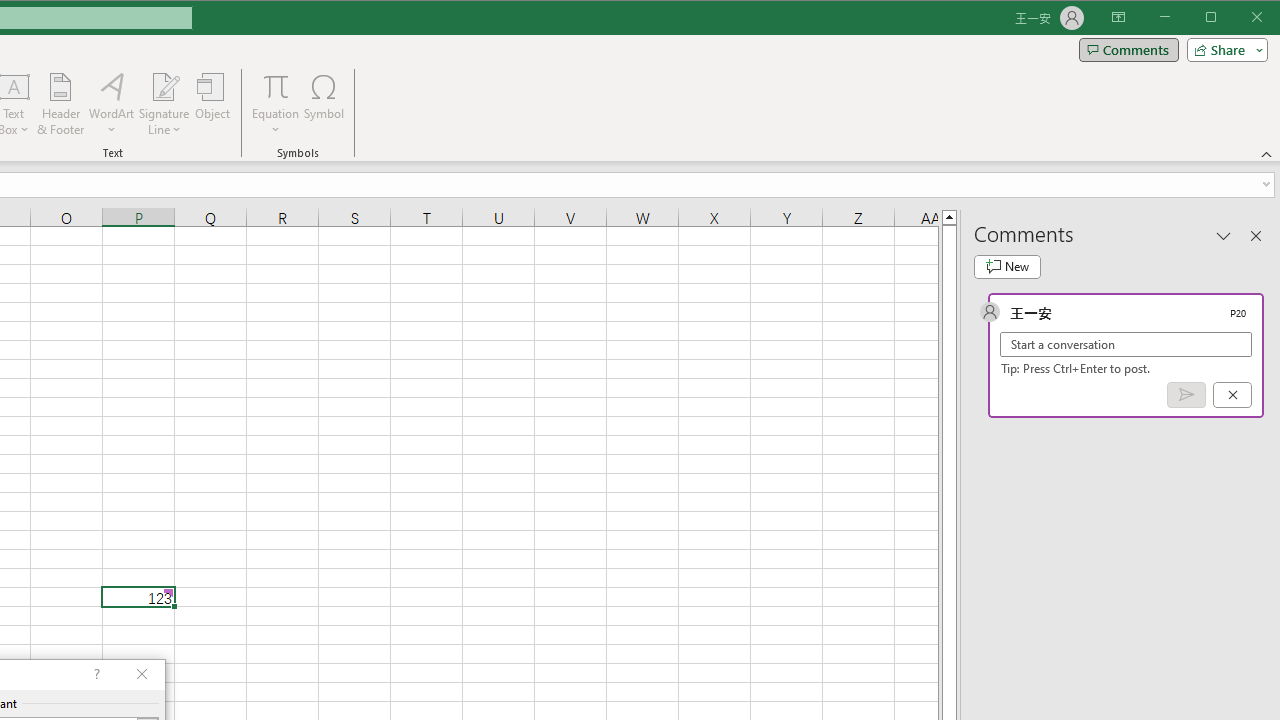 The height and width of the screenshot is (720, 1280). What do you see at coordinates (274, 85) in the screenshot?
I see `'Equation'` at bounding box center [274, 85].